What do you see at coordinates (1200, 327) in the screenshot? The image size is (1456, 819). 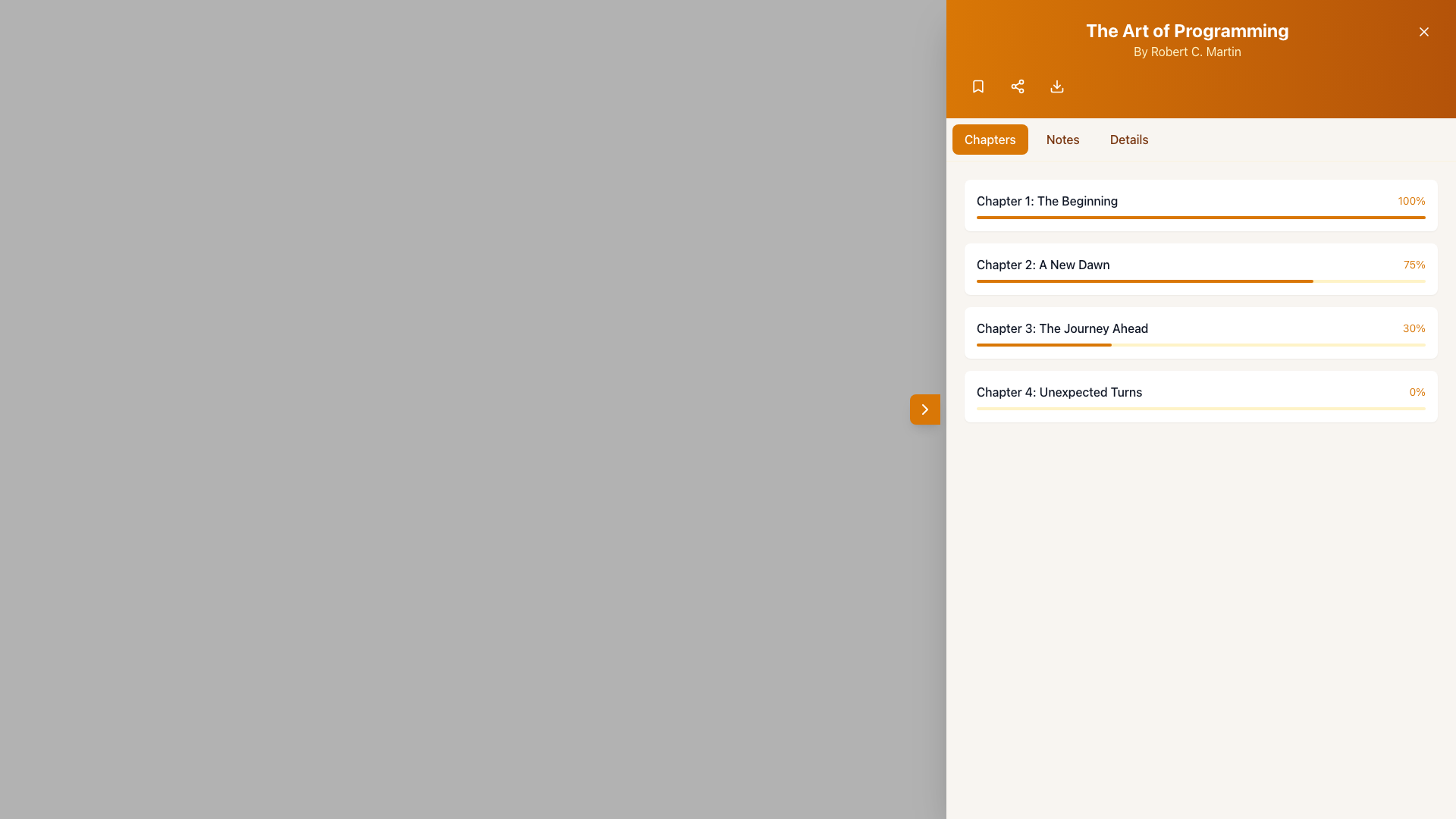 I see `the displayed progress information in the label titled 'Chapter 3: The Journey Ahead,' which shows '30%' on the right in orange color` at bounding box center [1200, 327].